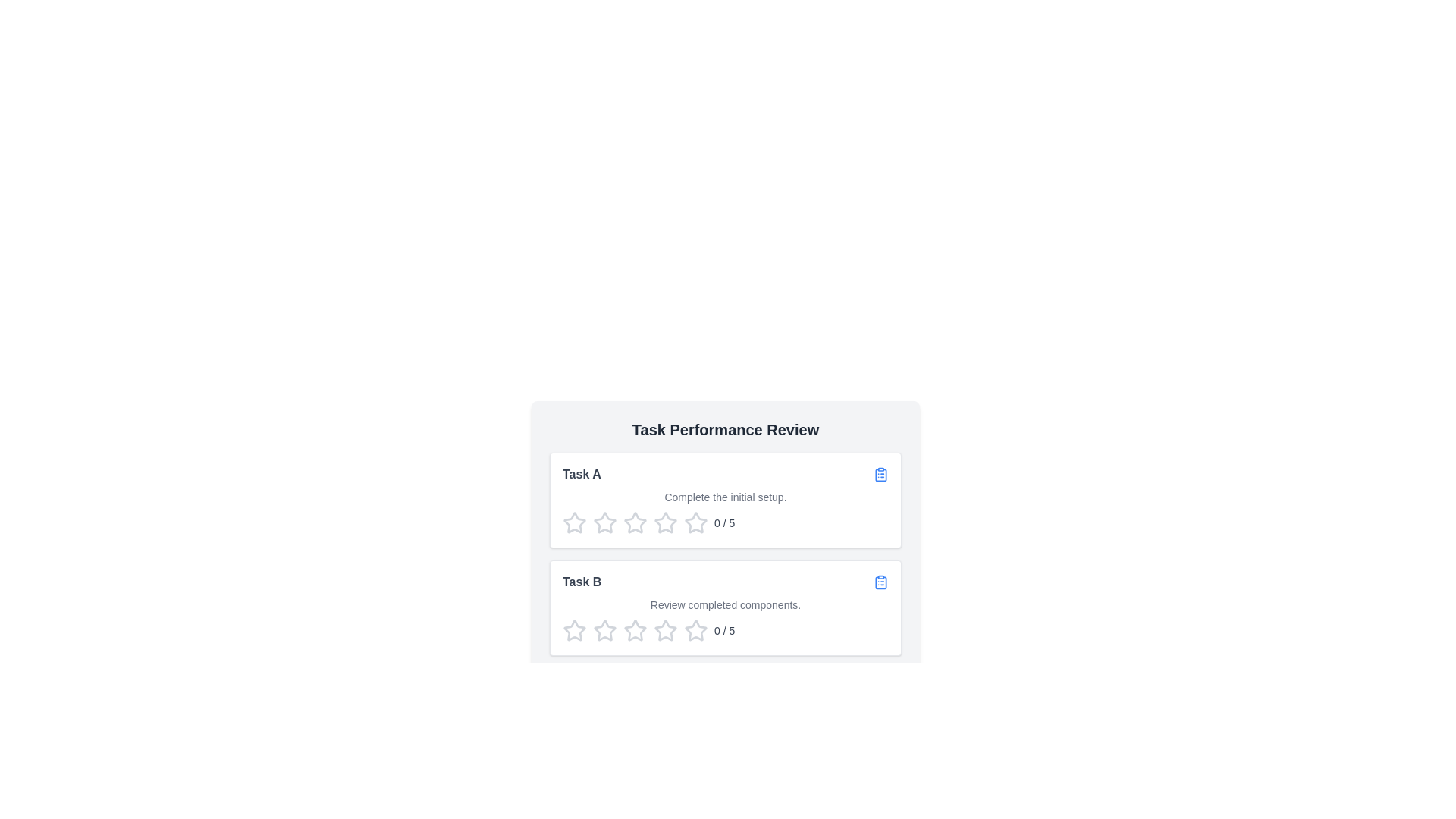 This screenshot has width=1456, height=819. What do you see at coordinates (724, 607) in the screenshot?
I see `the star rating indicator for 'Task B' to rate the task` at bounding box center [724, 607].